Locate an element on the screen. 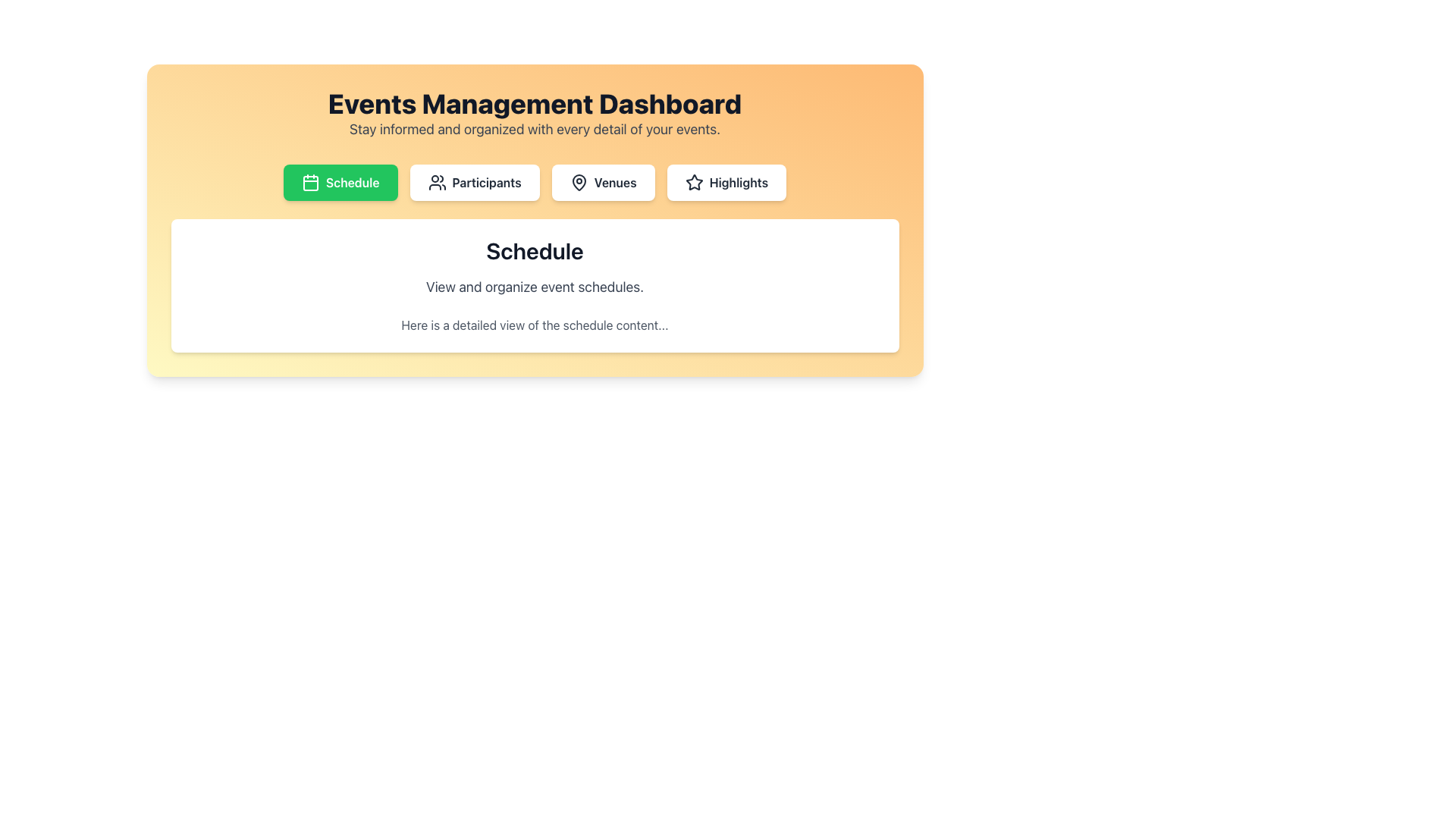 The width and height of the screenshot is (1456, 819). the stylized star icon inside the 'Highlights' button located in the main action panel under 'Events Management Dashboard' is located at coordinates (693, 181).